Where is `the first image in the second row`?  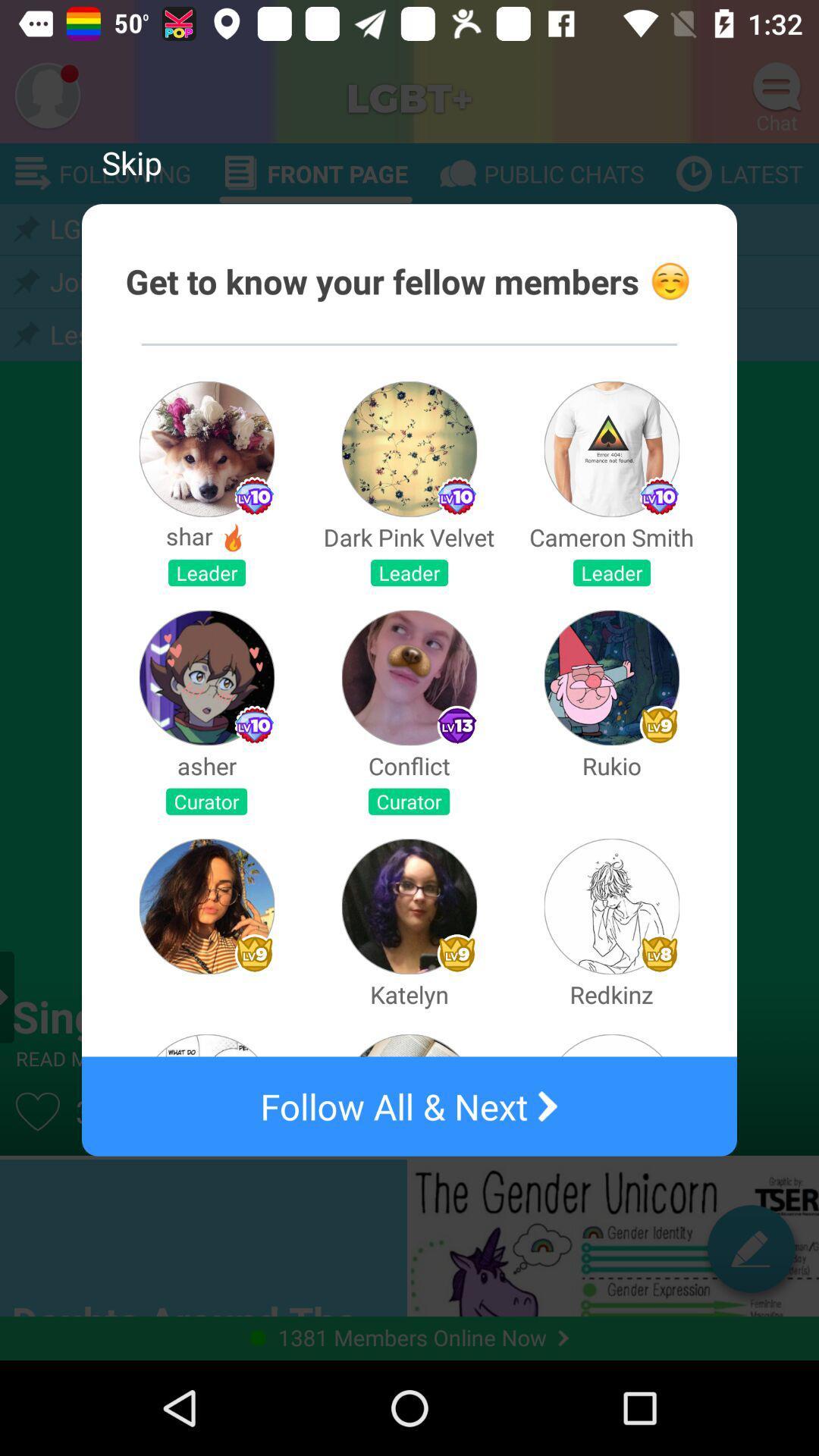
the first image in the second row is located at coordinates (207, 676).